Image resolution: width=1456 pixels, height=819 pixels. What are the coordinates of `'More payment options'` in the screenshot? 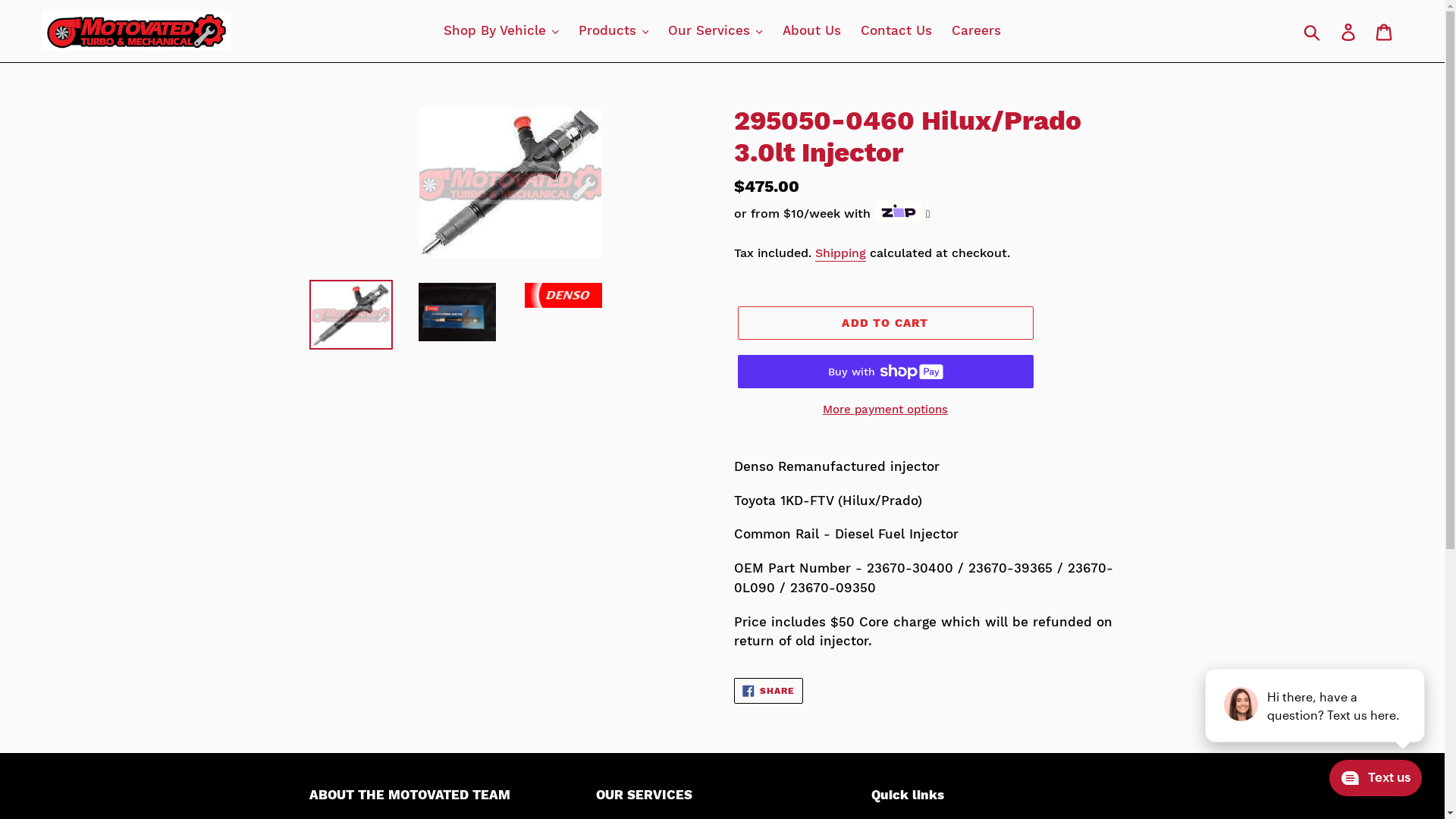 It's located at (884, 409).